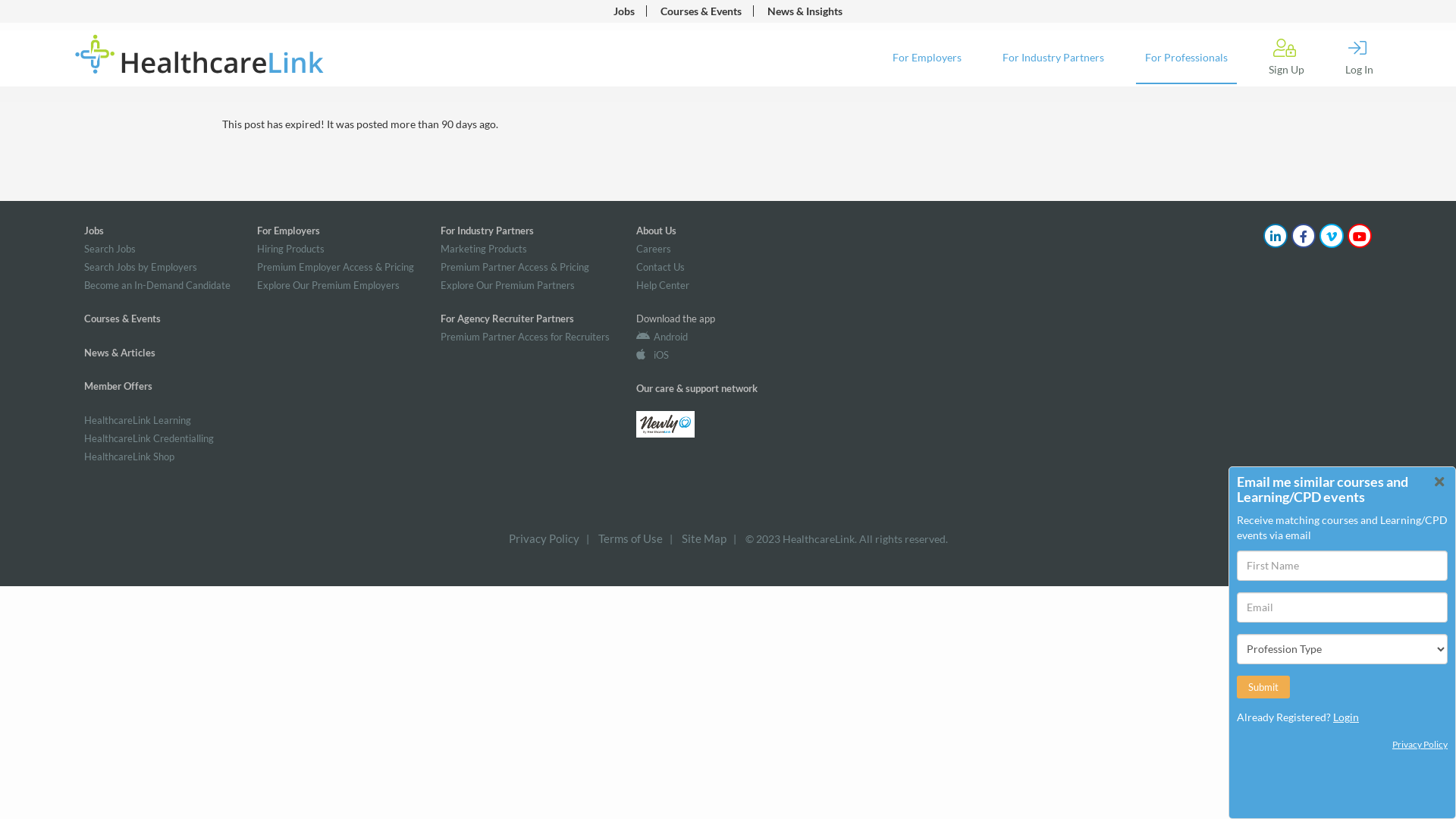 The width and height of the screenshot is (1456, 819). Describe the element at coordinates (137, 420) in the screenshot. I see `'HealthcareLink Learning'` at that location.